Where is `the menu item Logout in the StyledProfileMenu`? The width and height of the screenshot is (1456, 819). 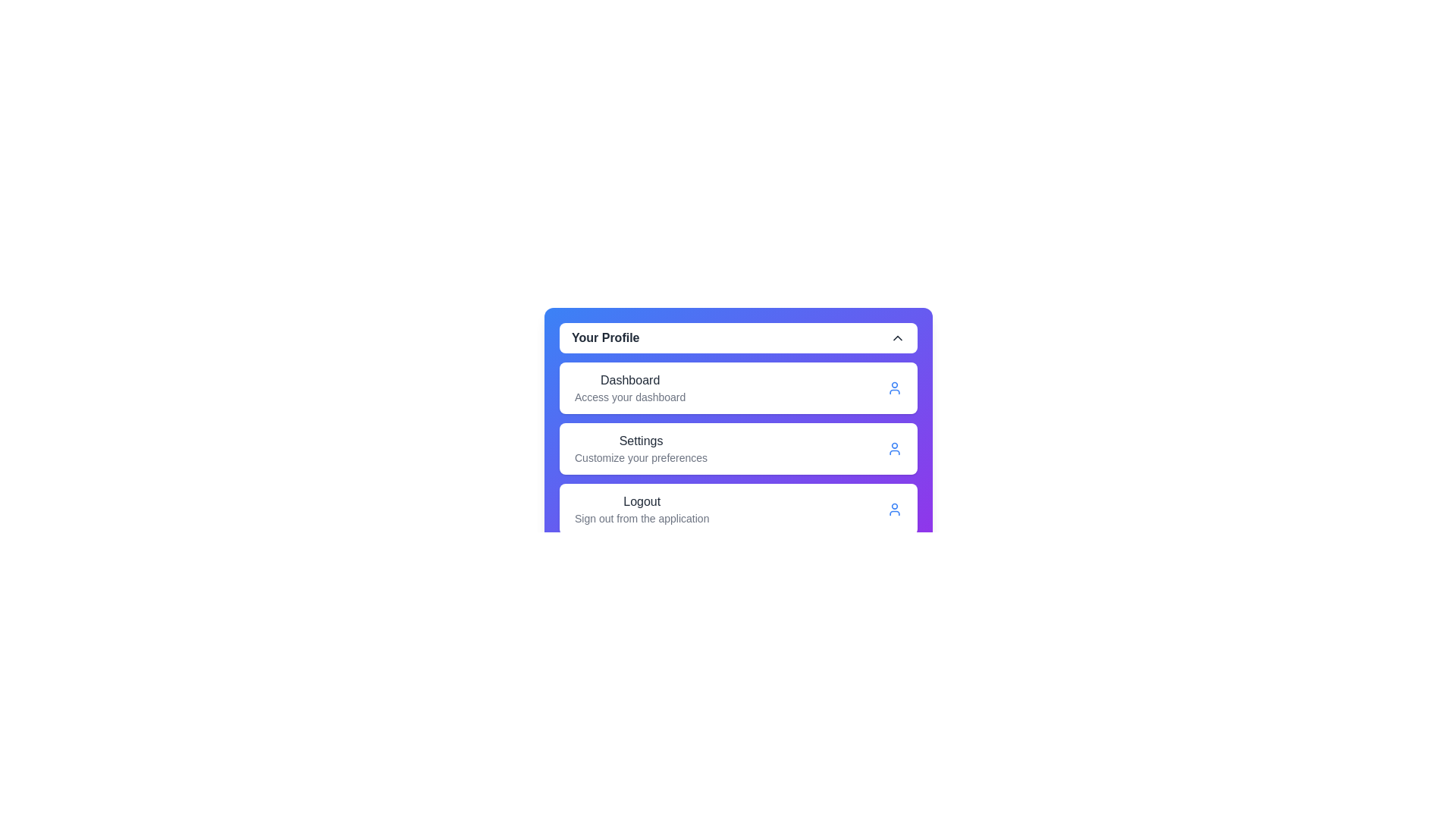 the menu item Logout in the StyledProfileMenu is located at coordinates (739, 509).